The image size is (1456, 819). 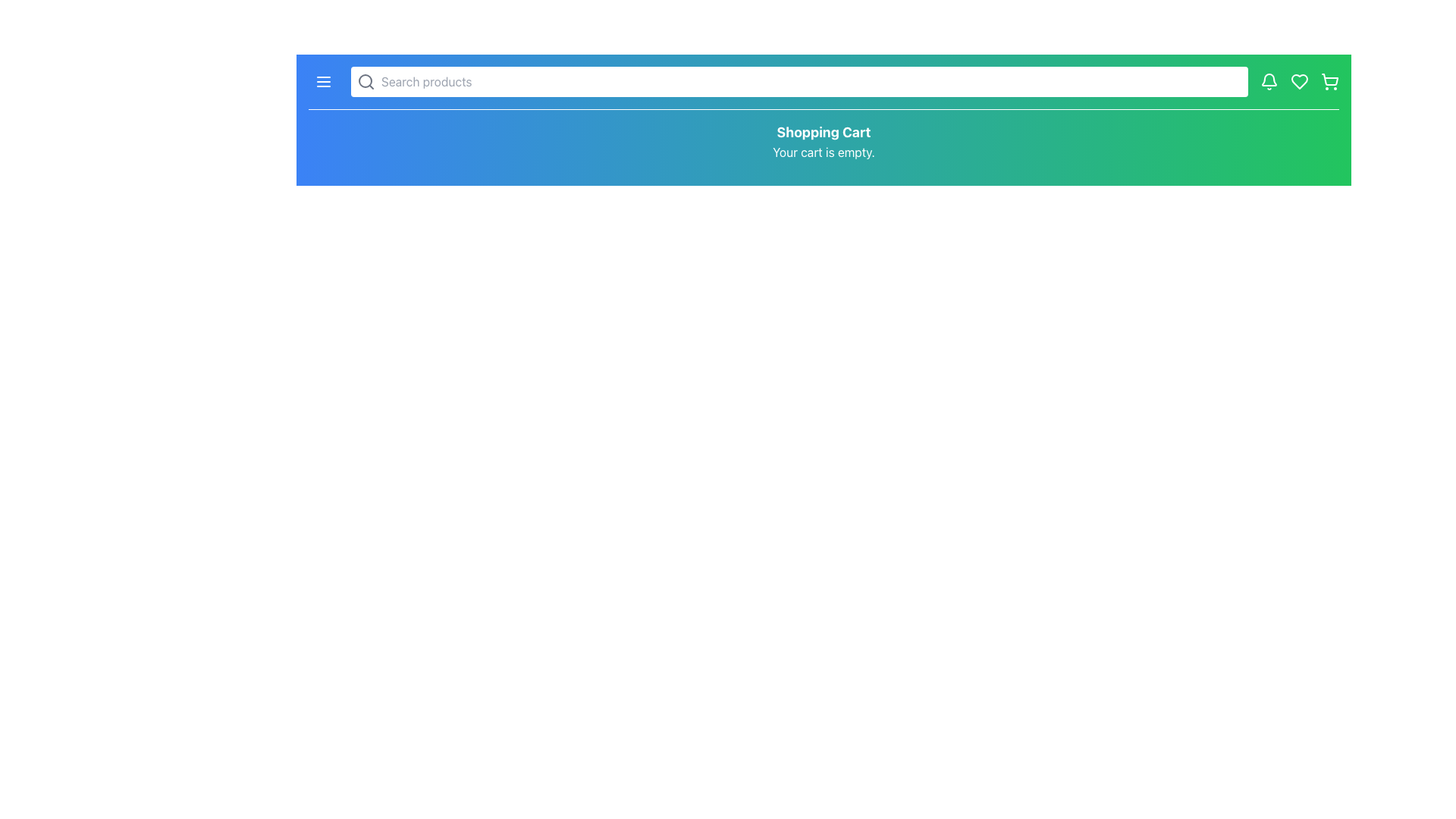 I want to click on the gray magnifying glass icon representing the search function located at the leftmost part of the search bar near the placeholder text 'Search products', so click(x=366, y=82).